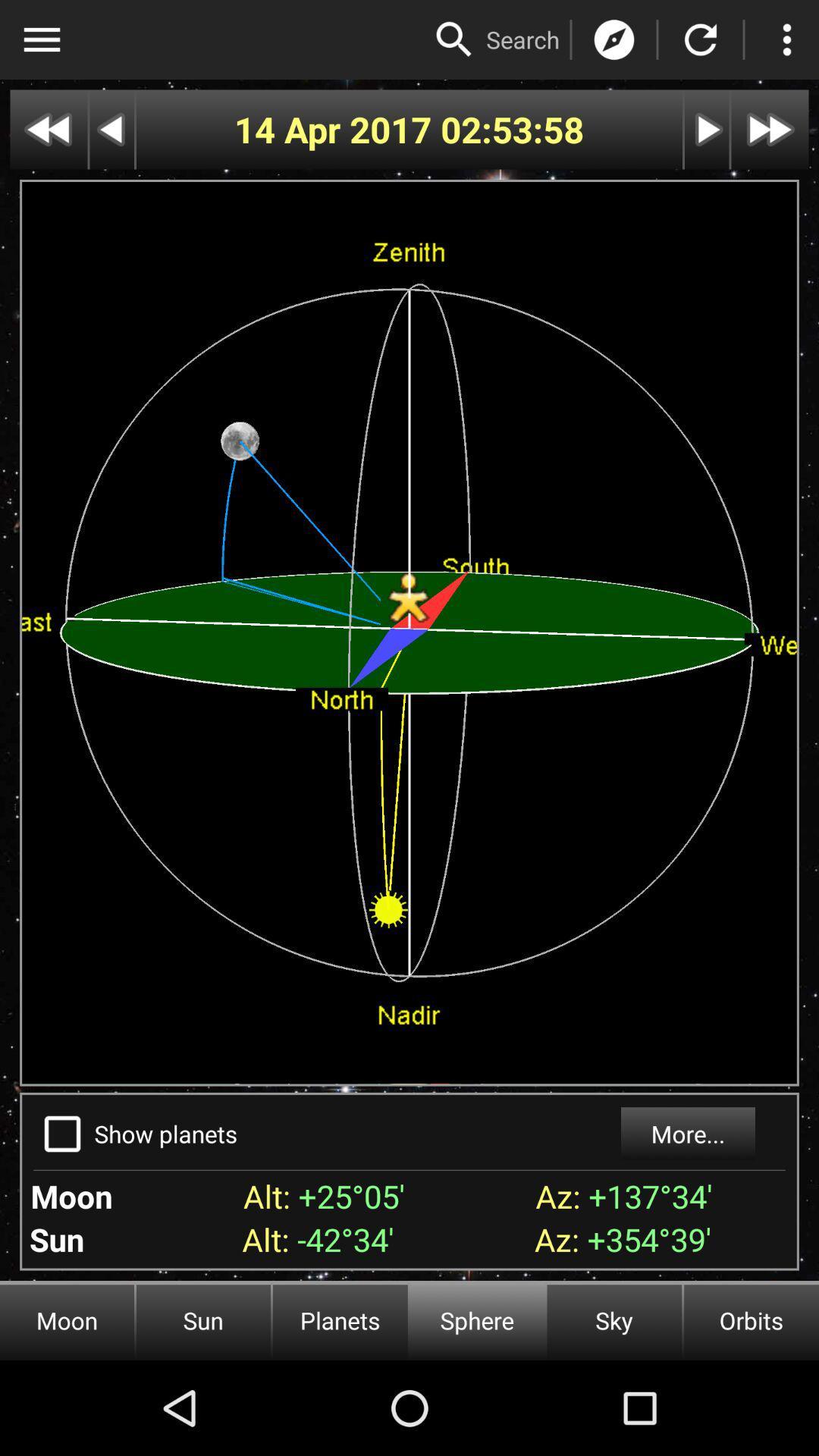 Image resolution: width=819 pixels, height=1456 pixels. Describe the element at coordinates (337, 130) in the screenshot. I see `icon next to the 02:53:58 app` at that location.